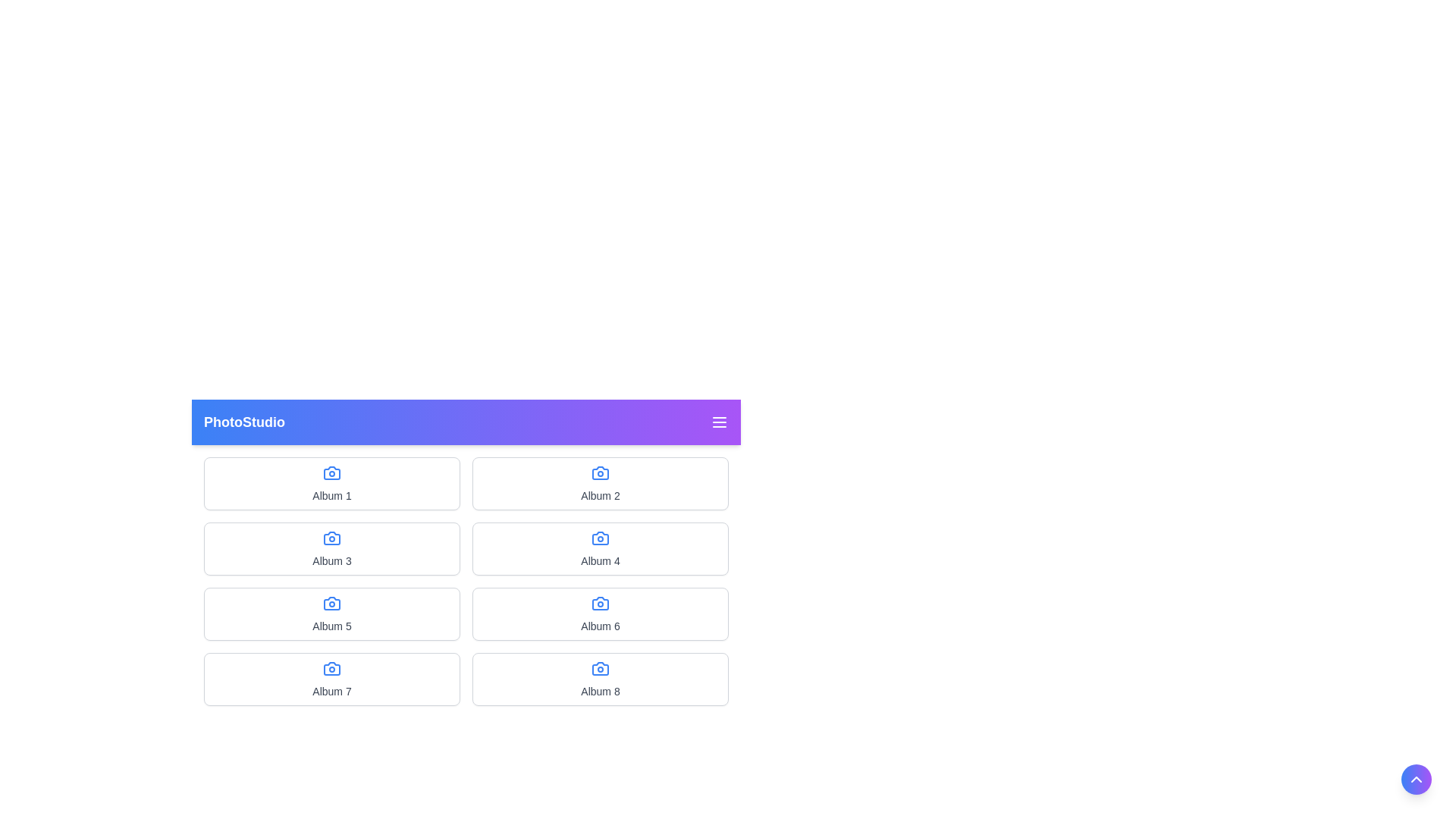 This screenshot has height=819, width=1456. Describe the element at coordinates (600, 537) in the screenshot. I see `the blue camera icon located above the text 'Album 4' in the grid layout` at that location.